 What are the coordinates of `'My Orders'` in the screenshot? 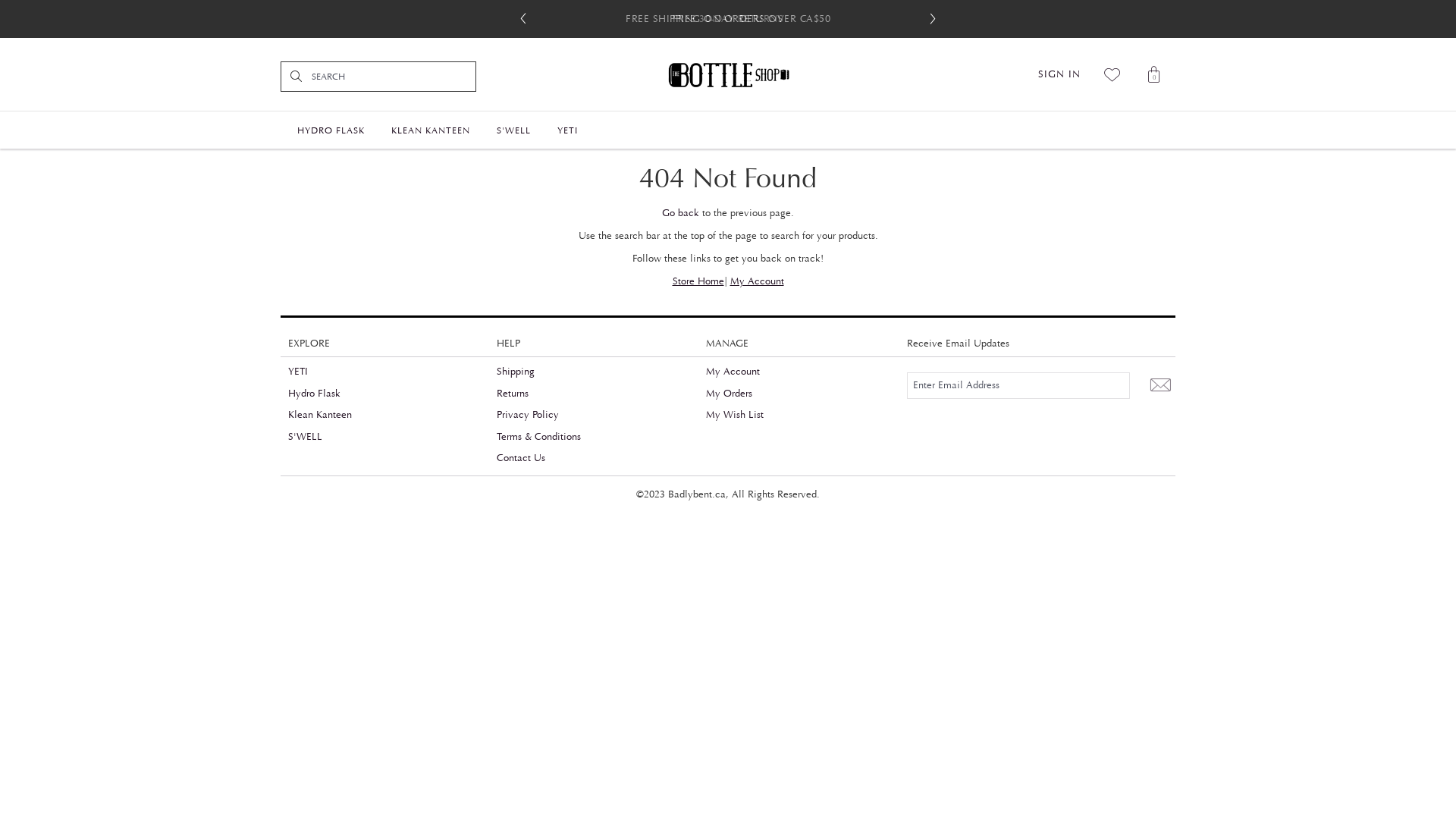 It's located at (729, 393).